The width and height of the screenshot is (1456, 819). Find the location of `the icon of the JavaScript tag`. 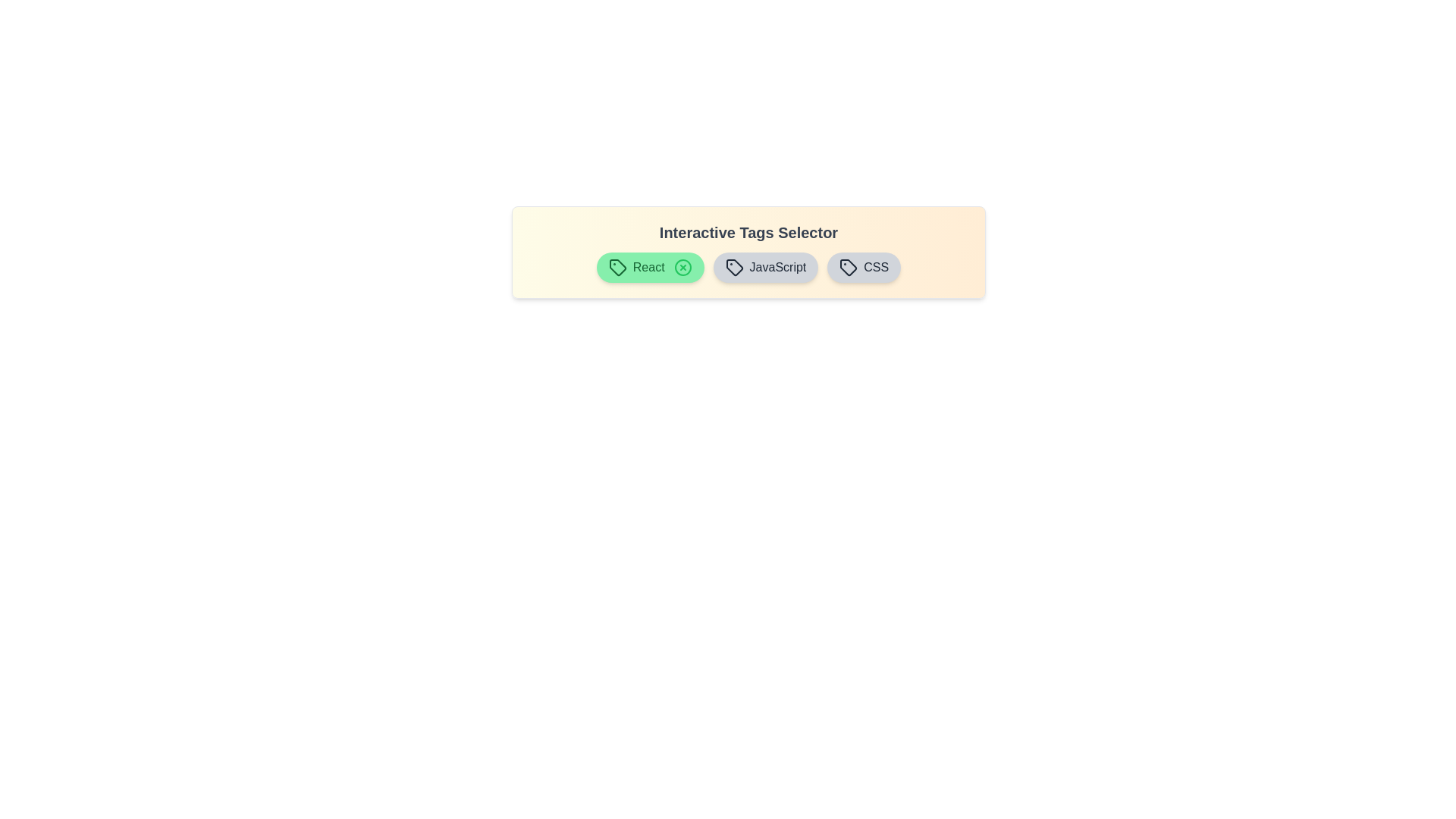

the icon of the JavaScript tag is located at coordinates (777, 267).